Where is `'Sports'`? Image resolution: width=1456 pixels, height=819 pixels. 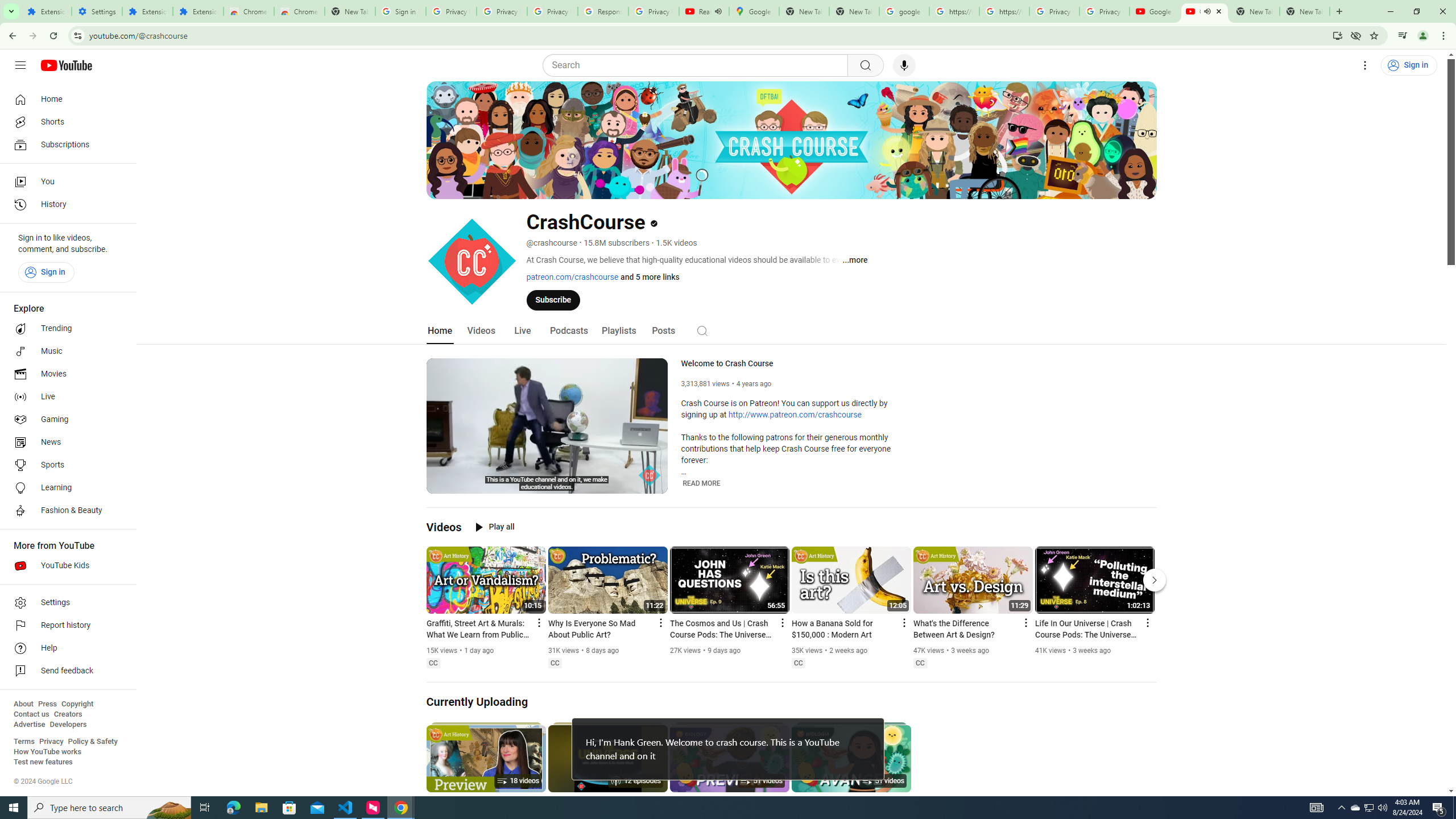 'Sports' is located at coordinates (64, 464).